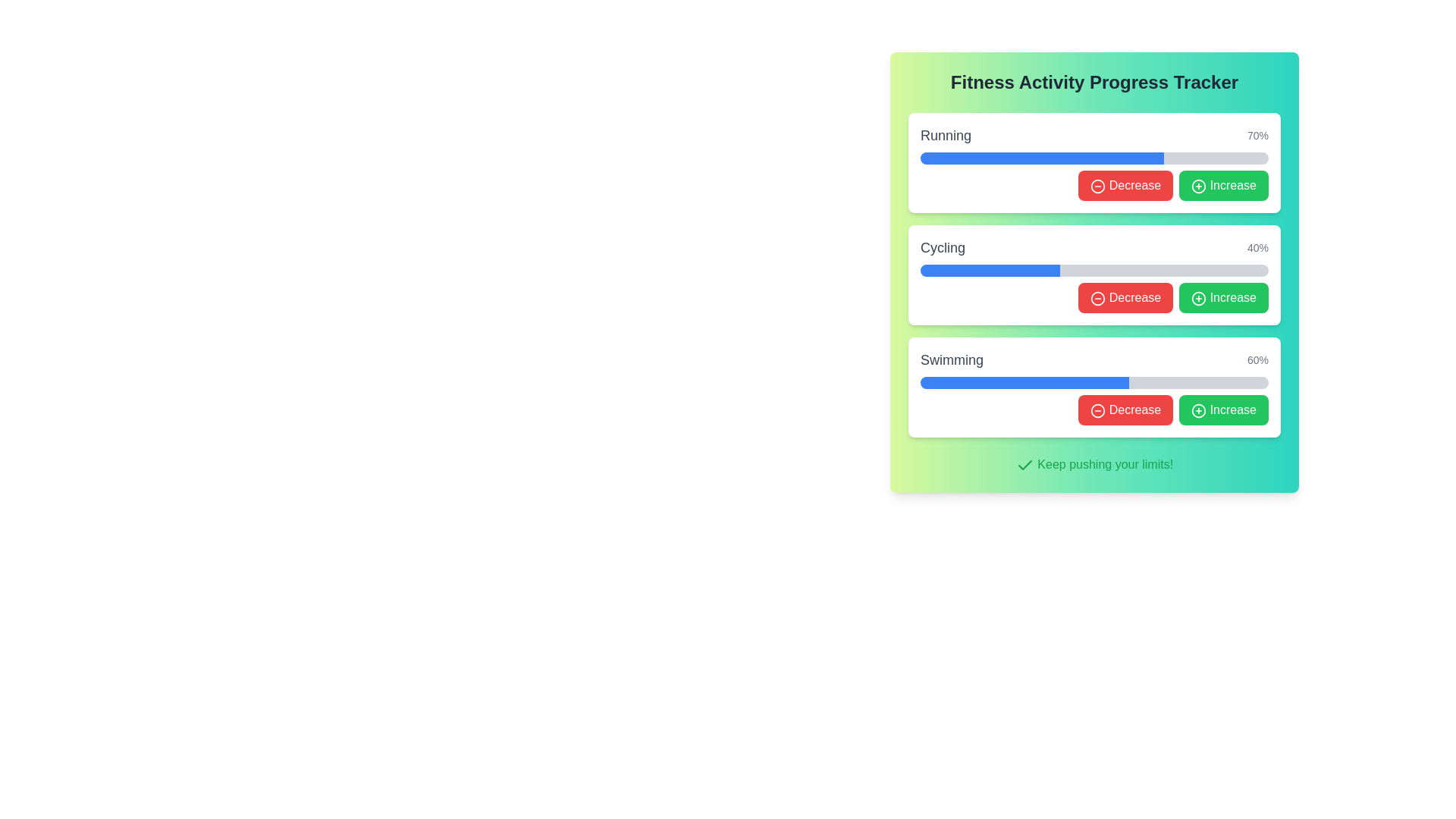 The height and width of the screenshot is (819, 1456). Describe the element at coordinates (1094, 275) in the screenshot. I see `the increment or decrement buttons located in the fitness activity progress tracker section, which is positioned under the title 'Fitness Activity Progress Tracker'` at that location.